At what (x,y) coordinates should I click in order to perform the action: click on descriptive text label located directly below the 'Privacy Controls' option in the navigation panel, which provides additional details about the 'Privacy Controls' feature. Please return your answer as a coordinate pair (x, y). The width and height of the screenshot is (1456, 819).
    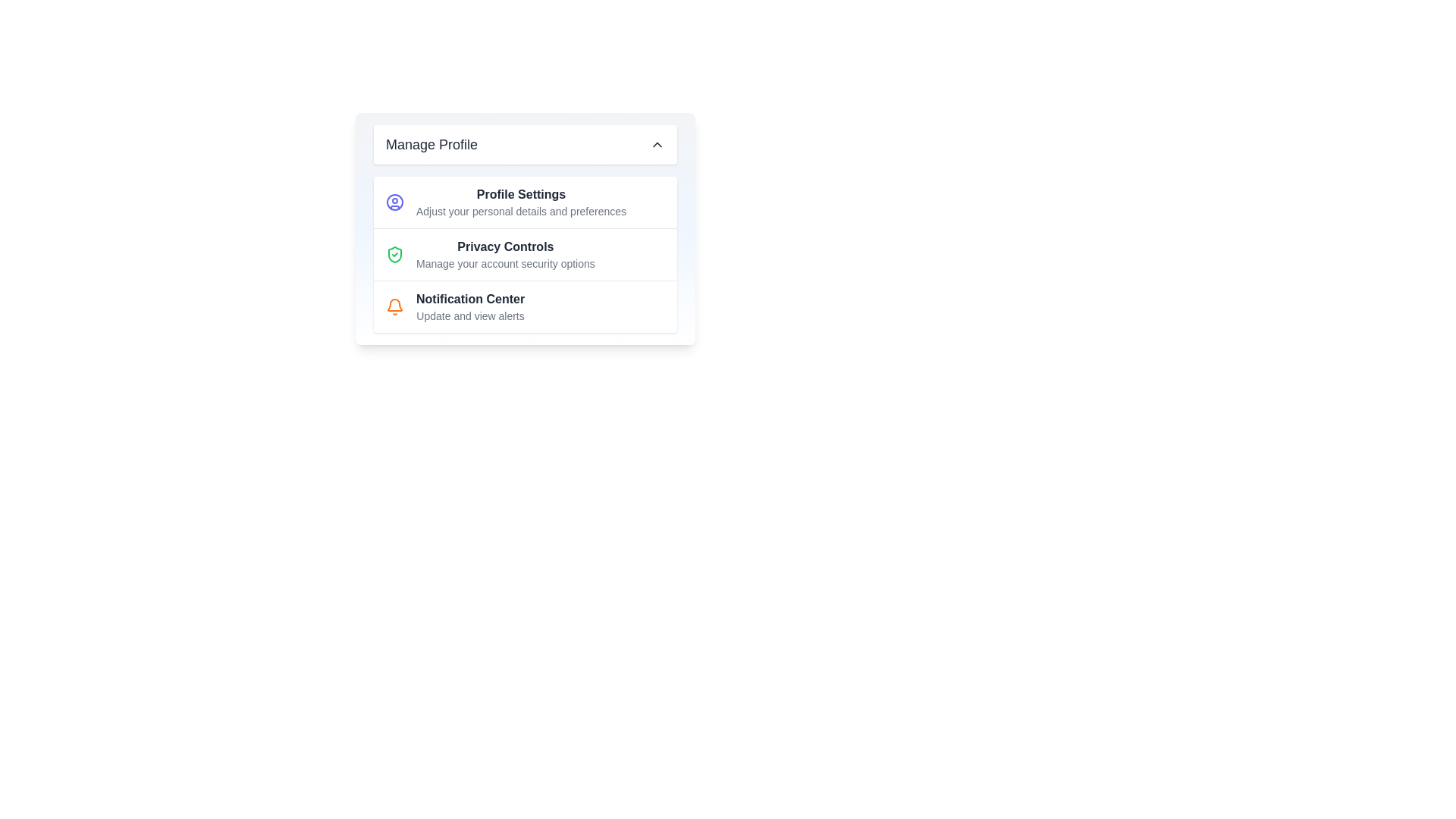
    Looking at the image, I should click on (505, 262).